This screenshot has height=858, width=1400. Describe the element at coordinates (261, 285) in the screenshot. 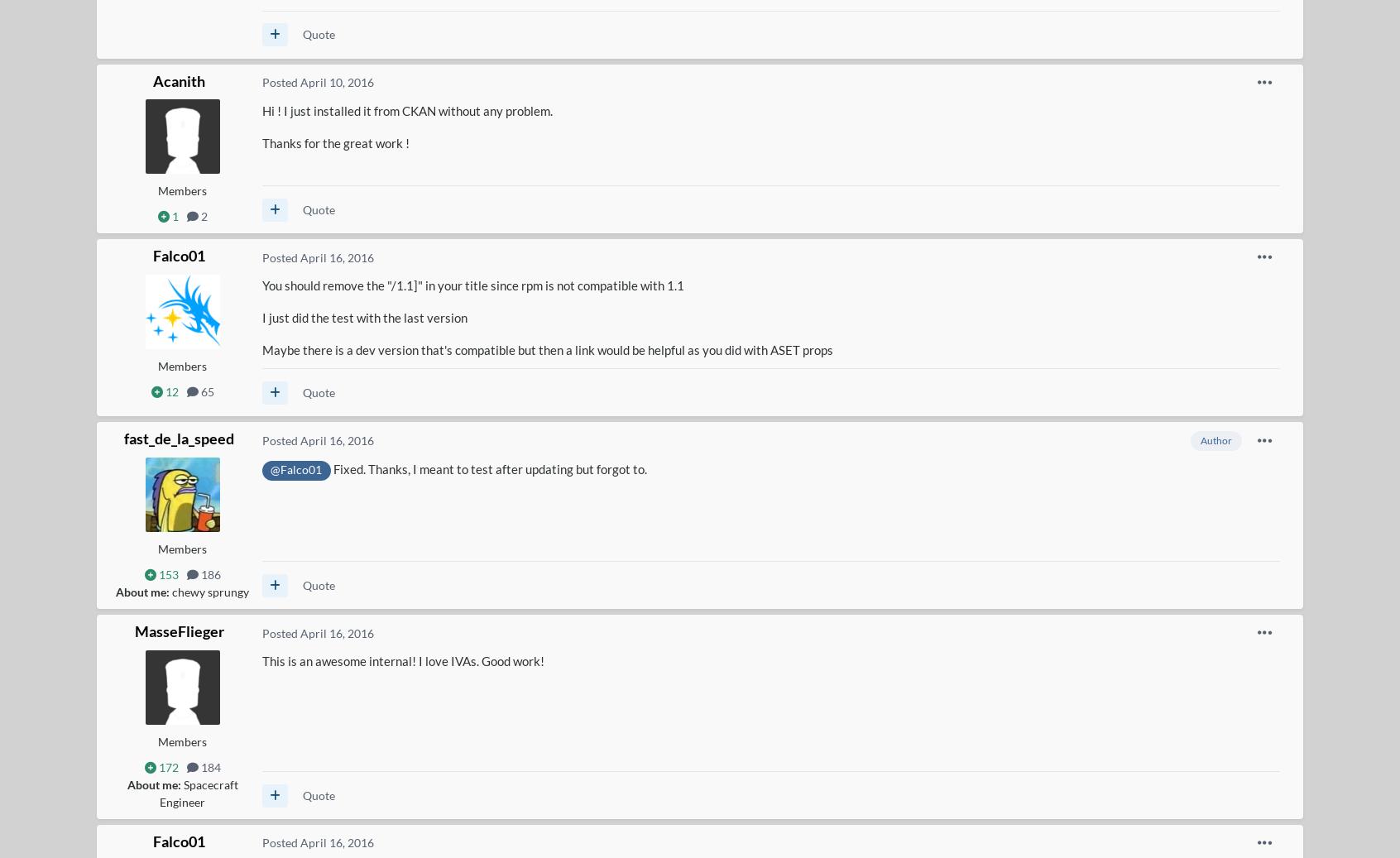

I see `'You should remove the "/1.1]" in your title since rpm is not compatible with 1.1'` at that location.